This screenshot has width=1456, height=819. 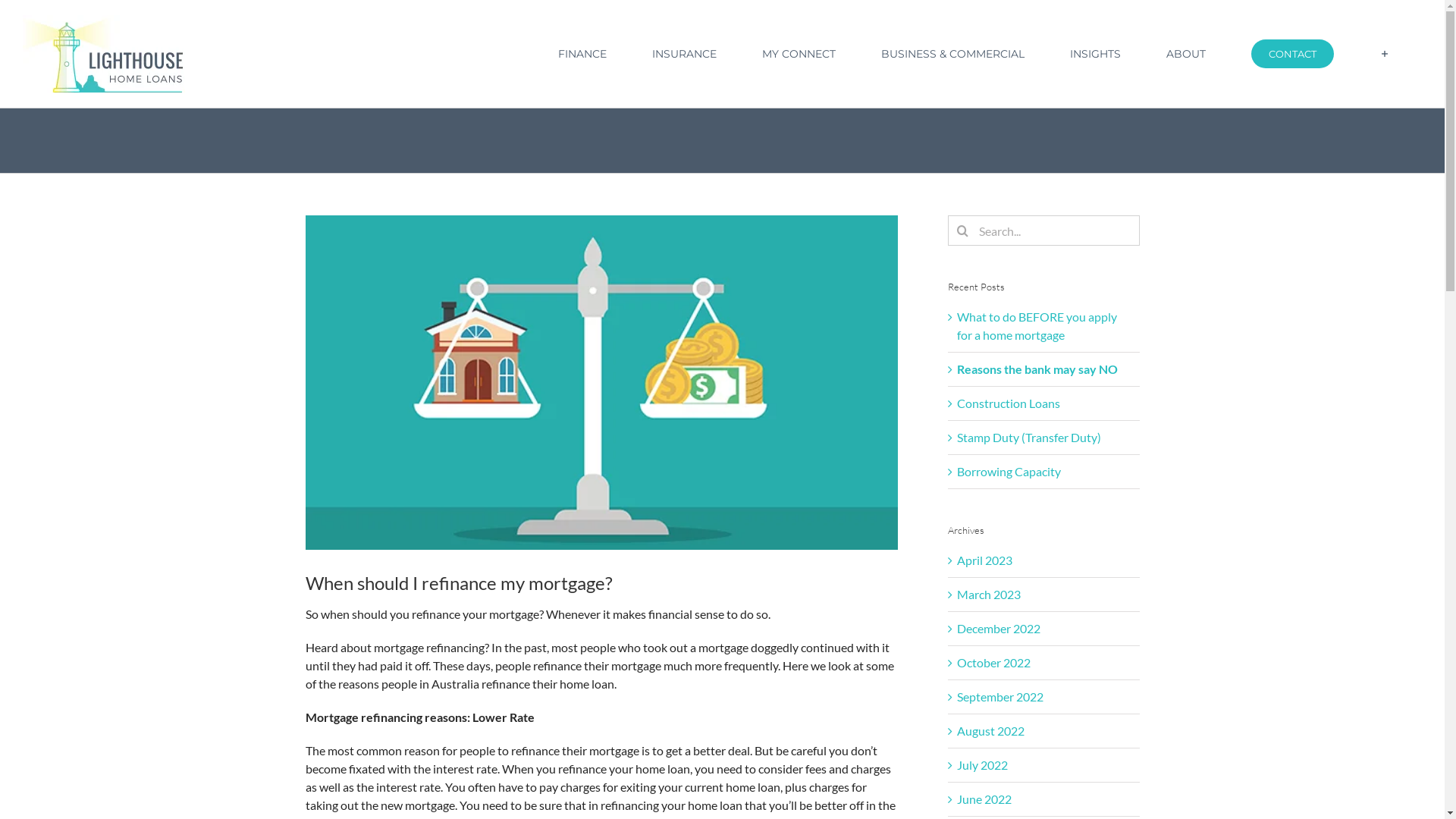 What do you see at coordinates (1095, 52) in the screenshot?
I see `'INSIGHTS'` at bounding box center [1095, 52].